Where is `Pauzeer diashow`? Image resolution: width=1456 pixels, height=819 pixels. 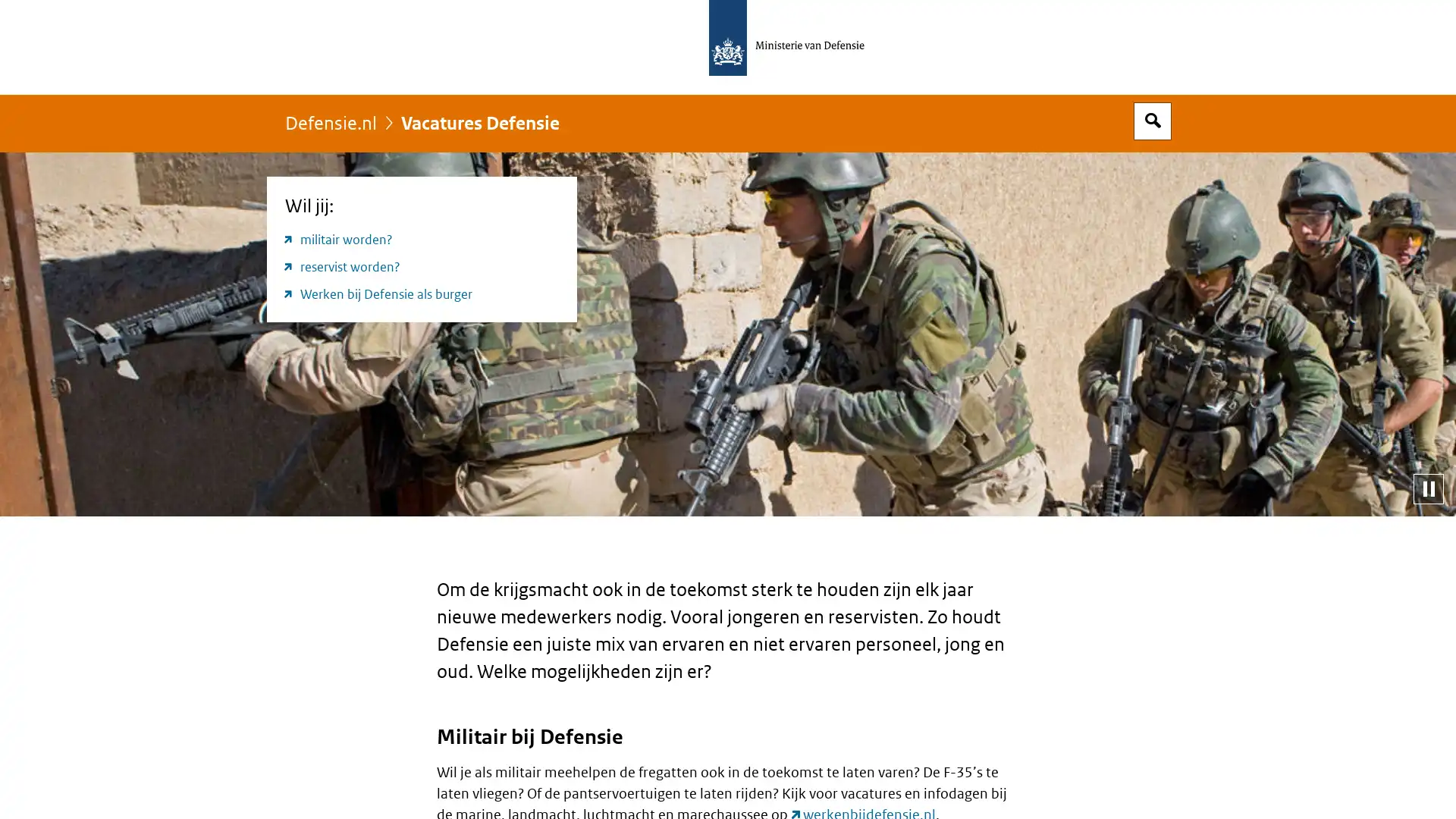
Pauzeer diashow is located at coordinates (1427, 488).